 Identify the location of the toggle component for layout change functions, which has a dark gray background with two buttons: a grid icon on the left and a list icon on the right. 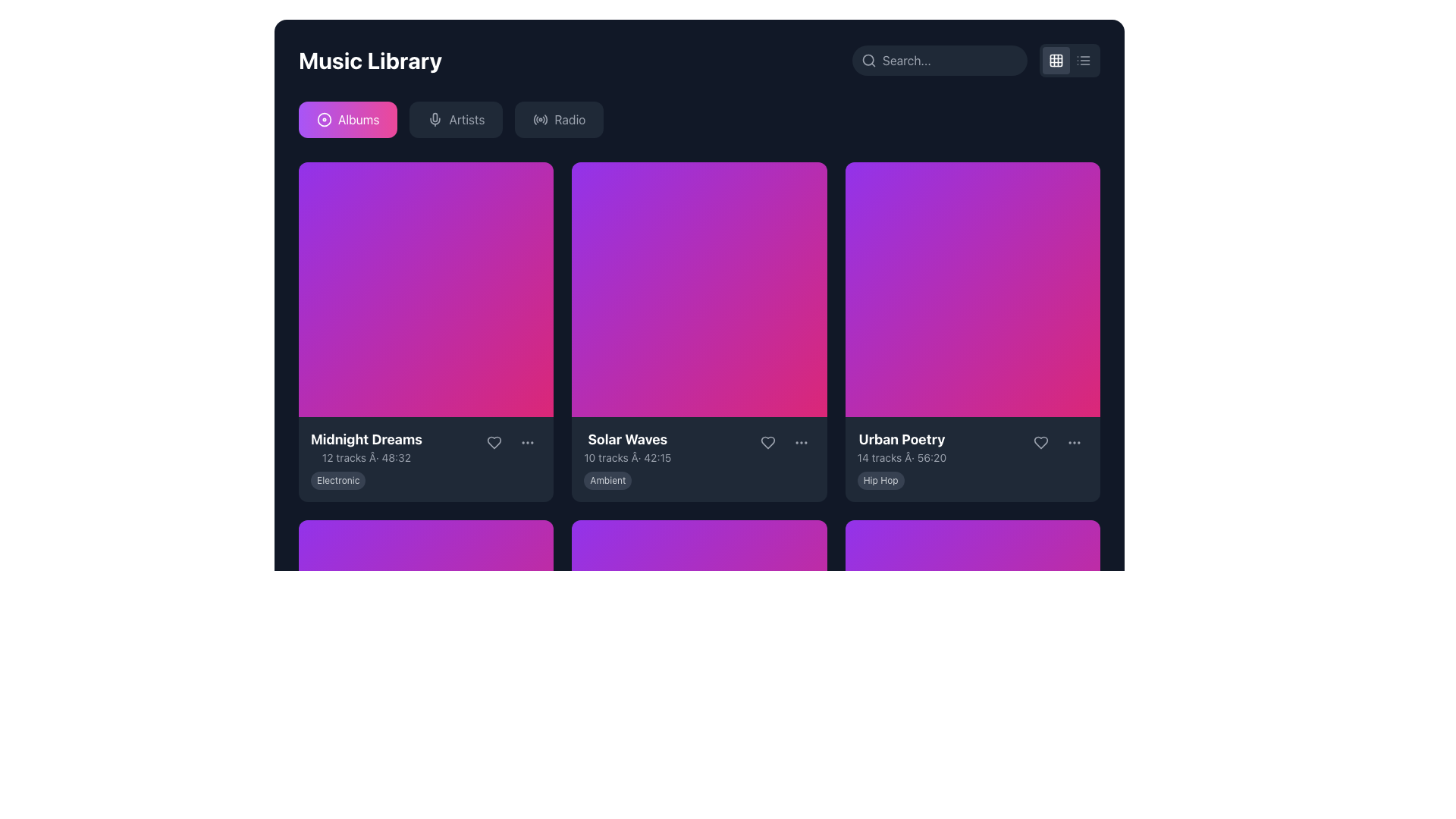
(1069, 60).